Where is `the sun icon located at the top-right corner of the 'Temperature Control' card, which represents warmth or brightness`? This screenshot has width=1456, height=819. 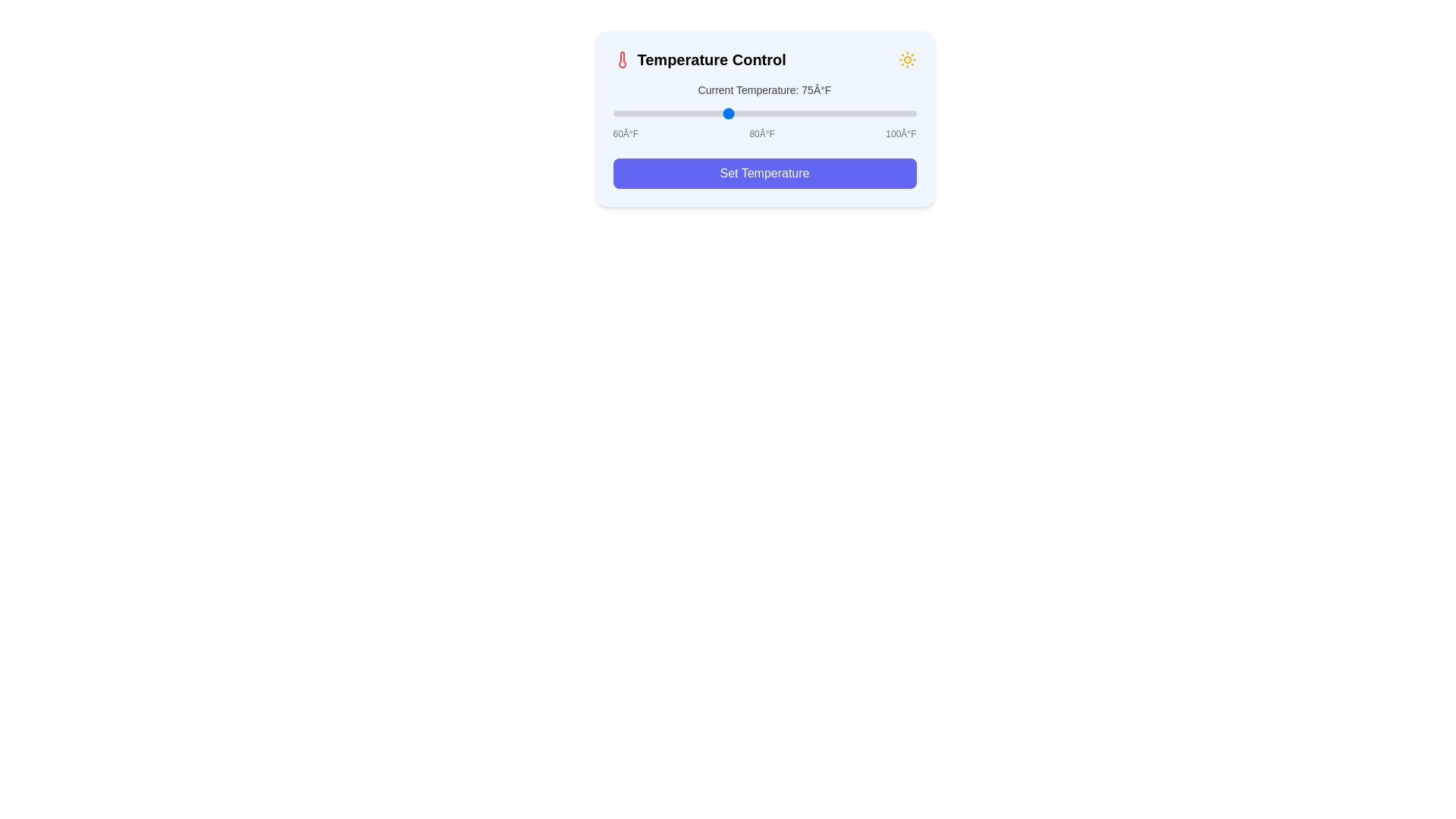 the sun icon located at the top-right corner of the 'Temperature Control' card, which represents warmth or brightness is located at coordinates (907, 58).